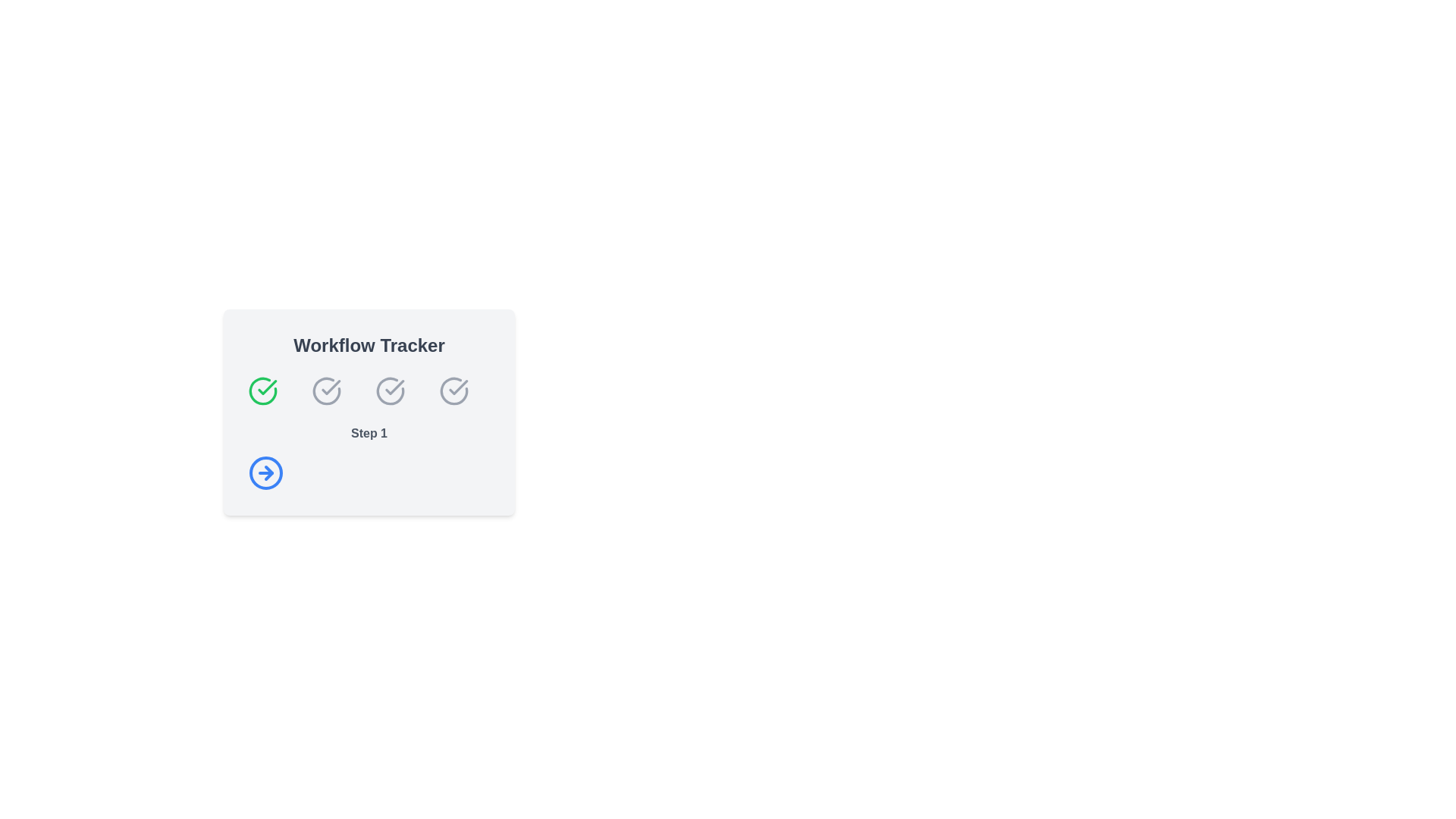 This screenshot has width=1456, height=819. I want to click on the second icon in the row of four icons inside the 'Workflow Tracker' box, so click(326, 391).